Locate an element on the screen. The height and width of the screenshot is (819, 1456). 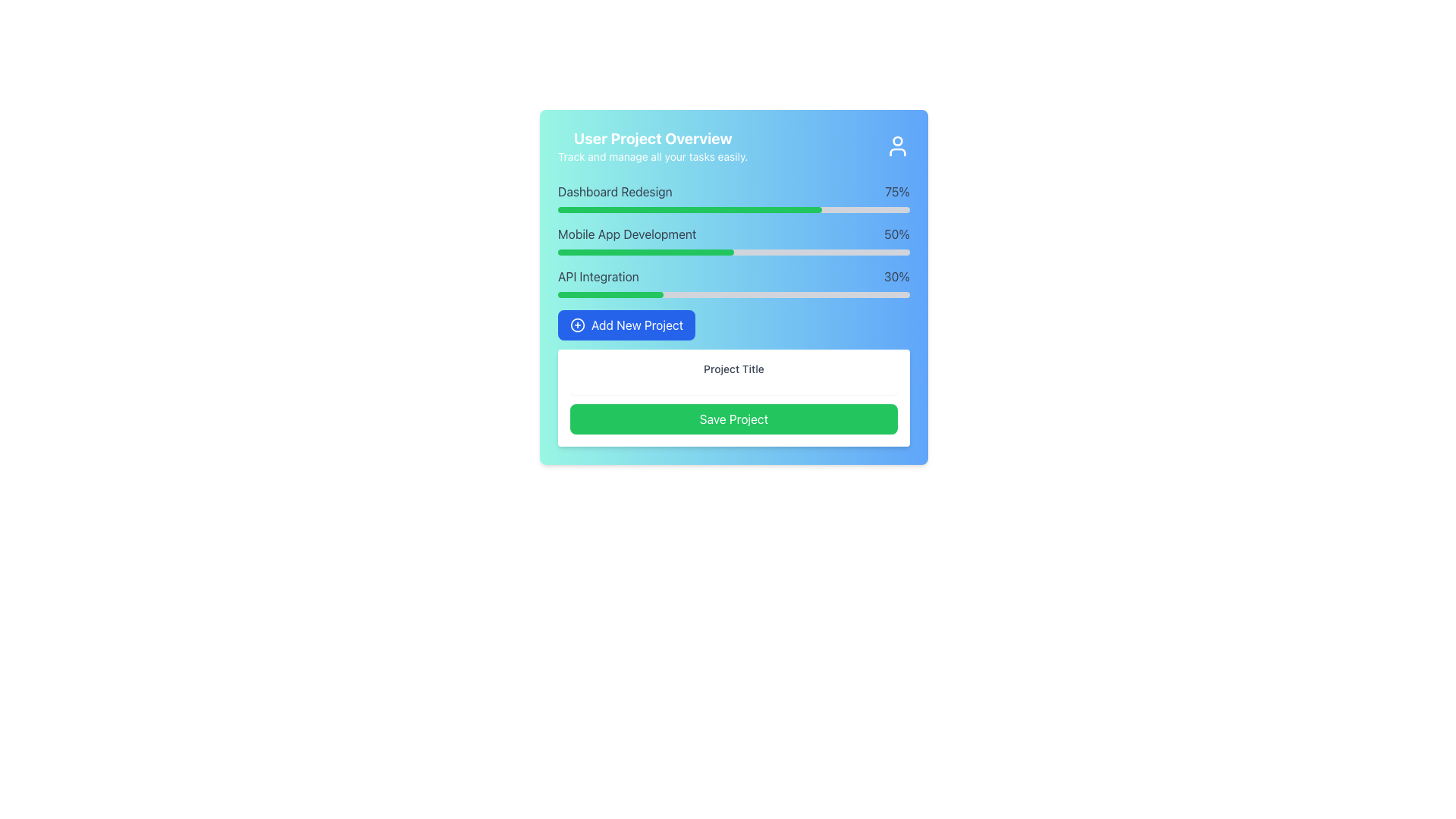
the progress bar indicating the completion percentage for the 'Dashboard Redesign' task, which is the first entry in the vertical list under 'User Project Overview' is located at coordinates (734, 197).